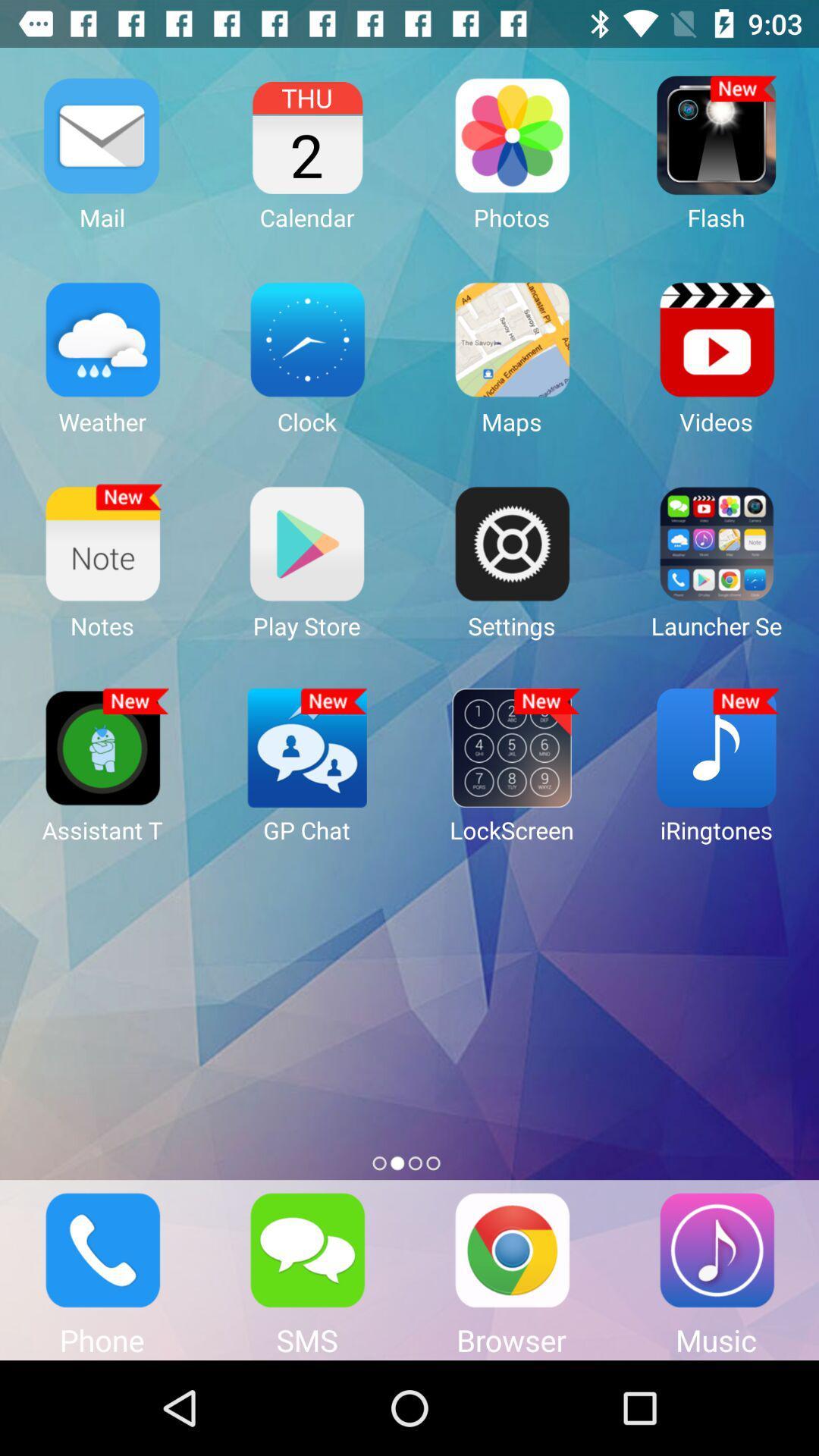 This screenshot has width=819, height=1456. I want to click on the music icon, so click(717, 1250).